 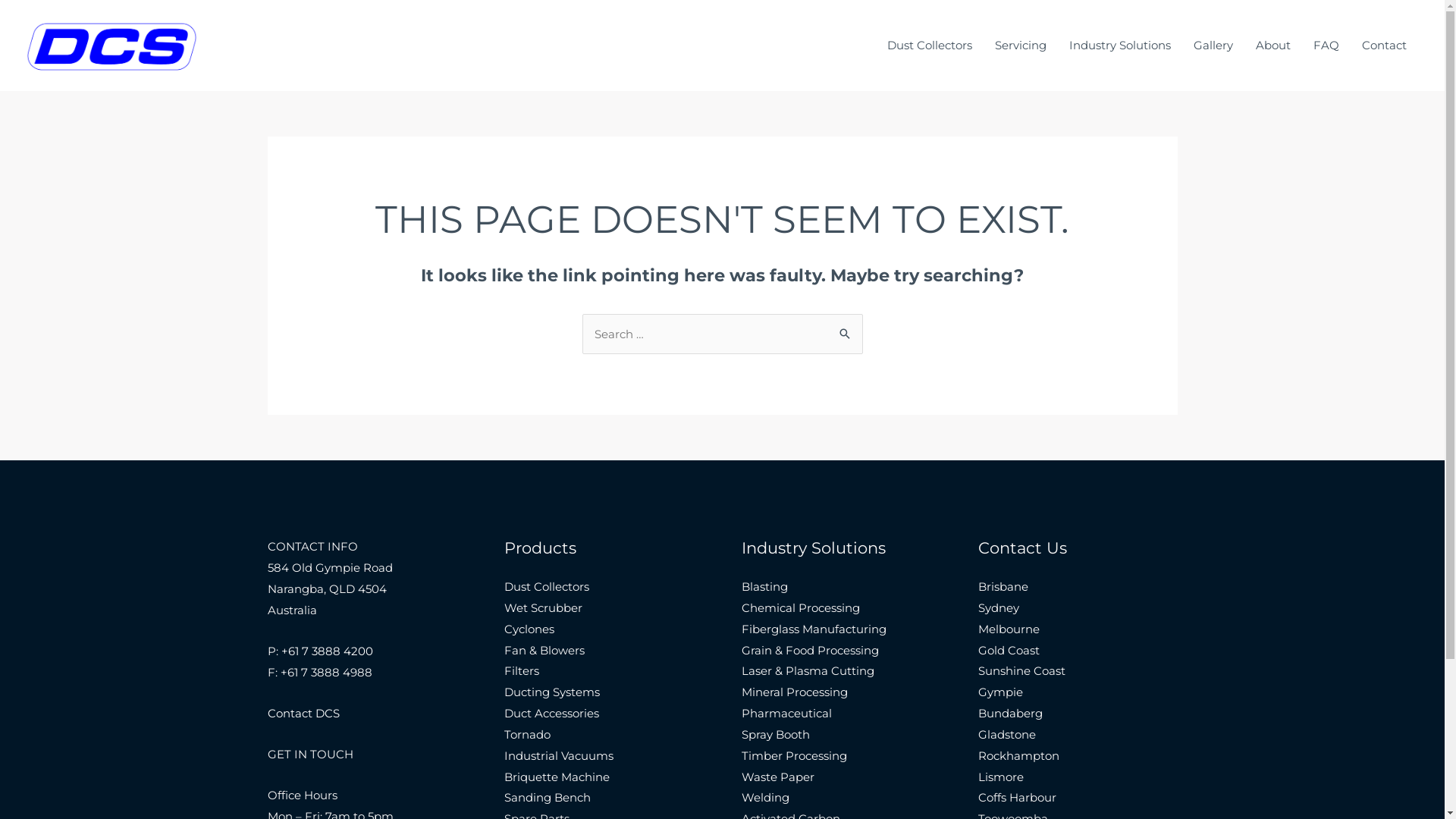 What do you see at coordinates (1001, 777) in the screenshot?
I see `'Lismore'` at bounding box center [1001, 777].